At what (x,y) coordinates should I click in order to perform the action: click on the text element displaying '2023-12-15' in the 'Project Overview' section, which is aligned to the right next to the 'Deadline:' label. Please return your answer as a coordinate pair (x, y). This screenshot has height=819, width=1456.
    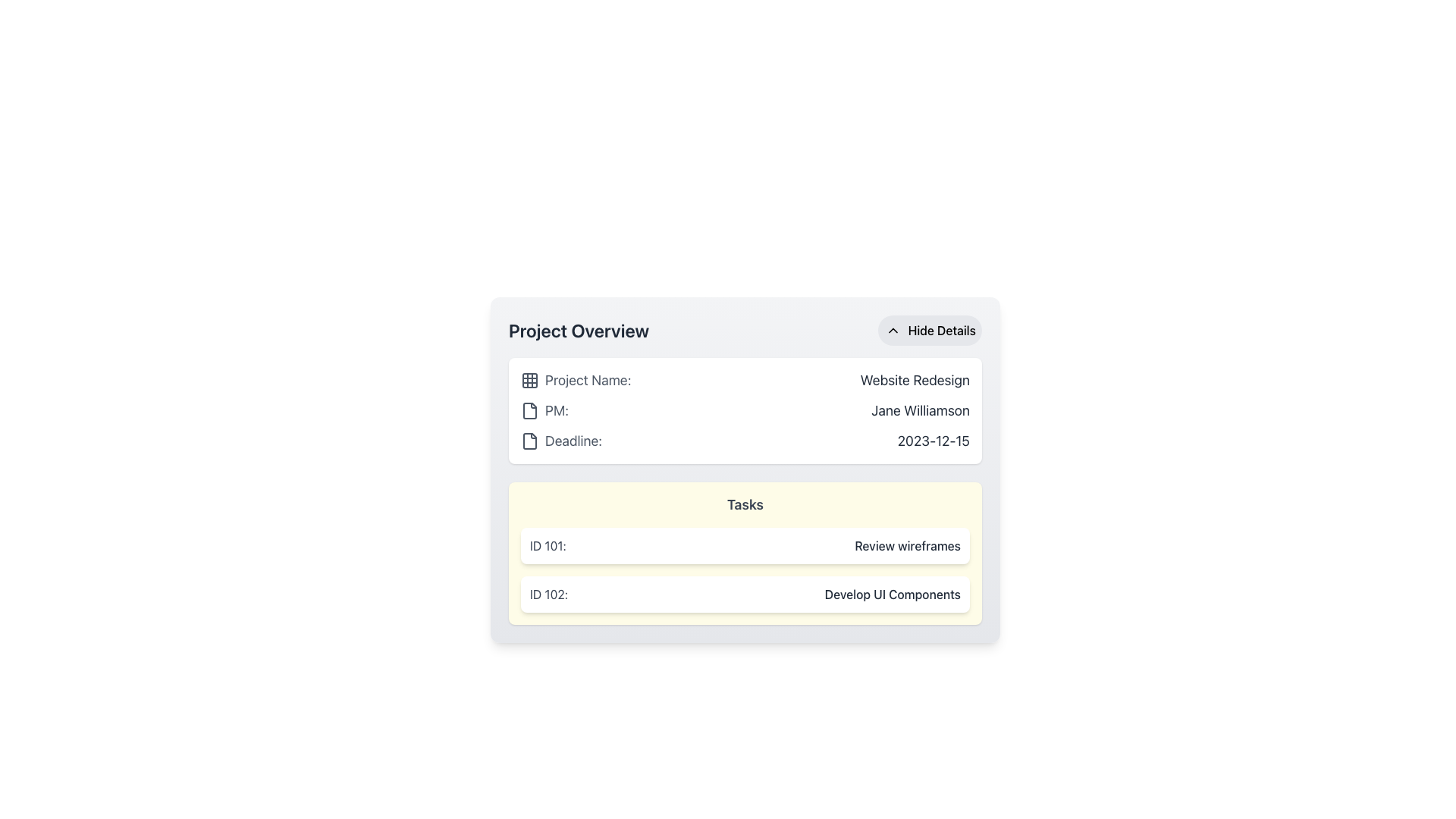
    Looking at the image, I should click on (933, 441).